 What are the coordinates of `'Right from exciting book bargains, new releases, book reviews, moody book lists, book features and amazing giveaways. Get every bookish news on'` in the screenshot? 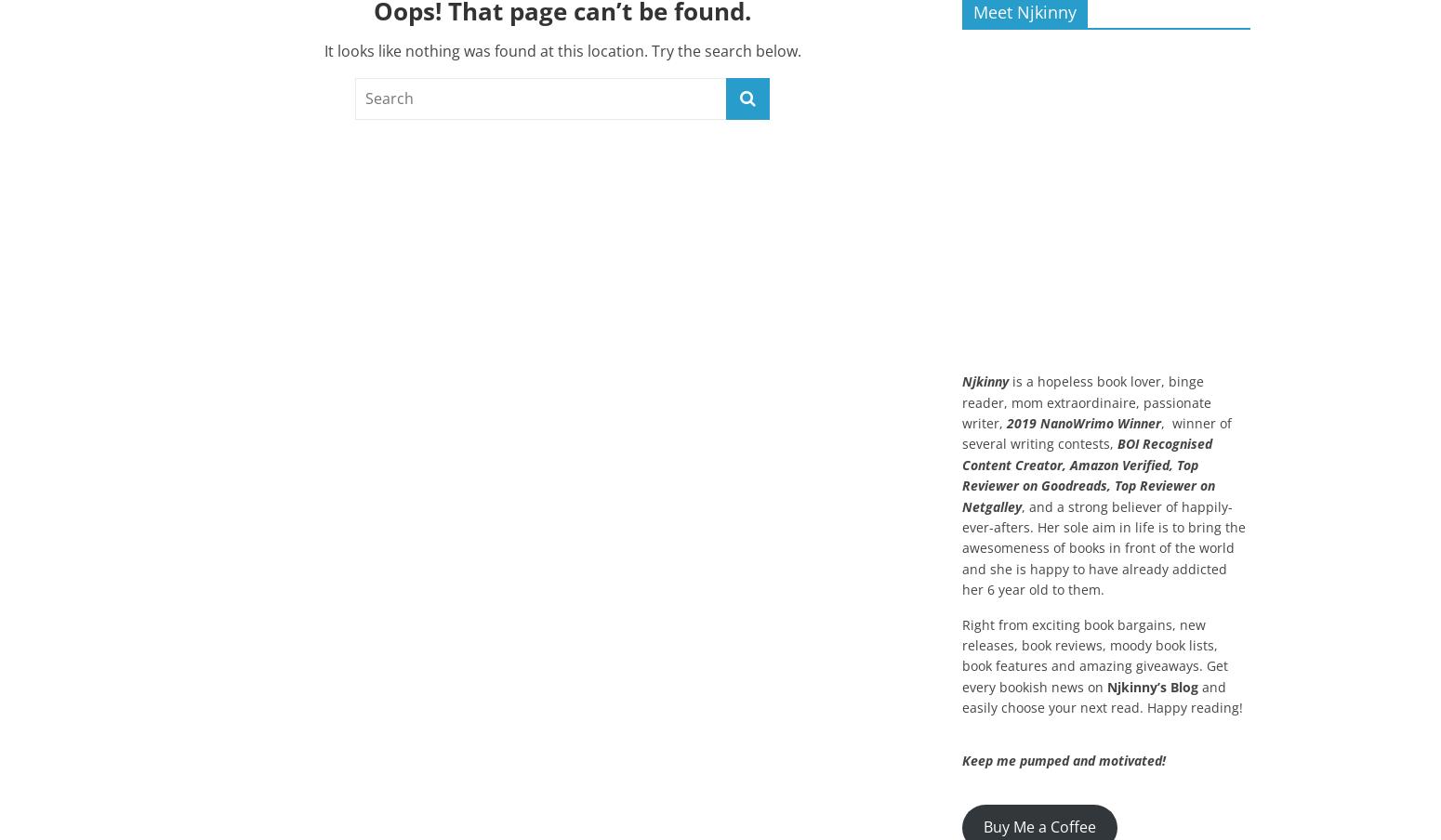 It's located at (1095, 654).